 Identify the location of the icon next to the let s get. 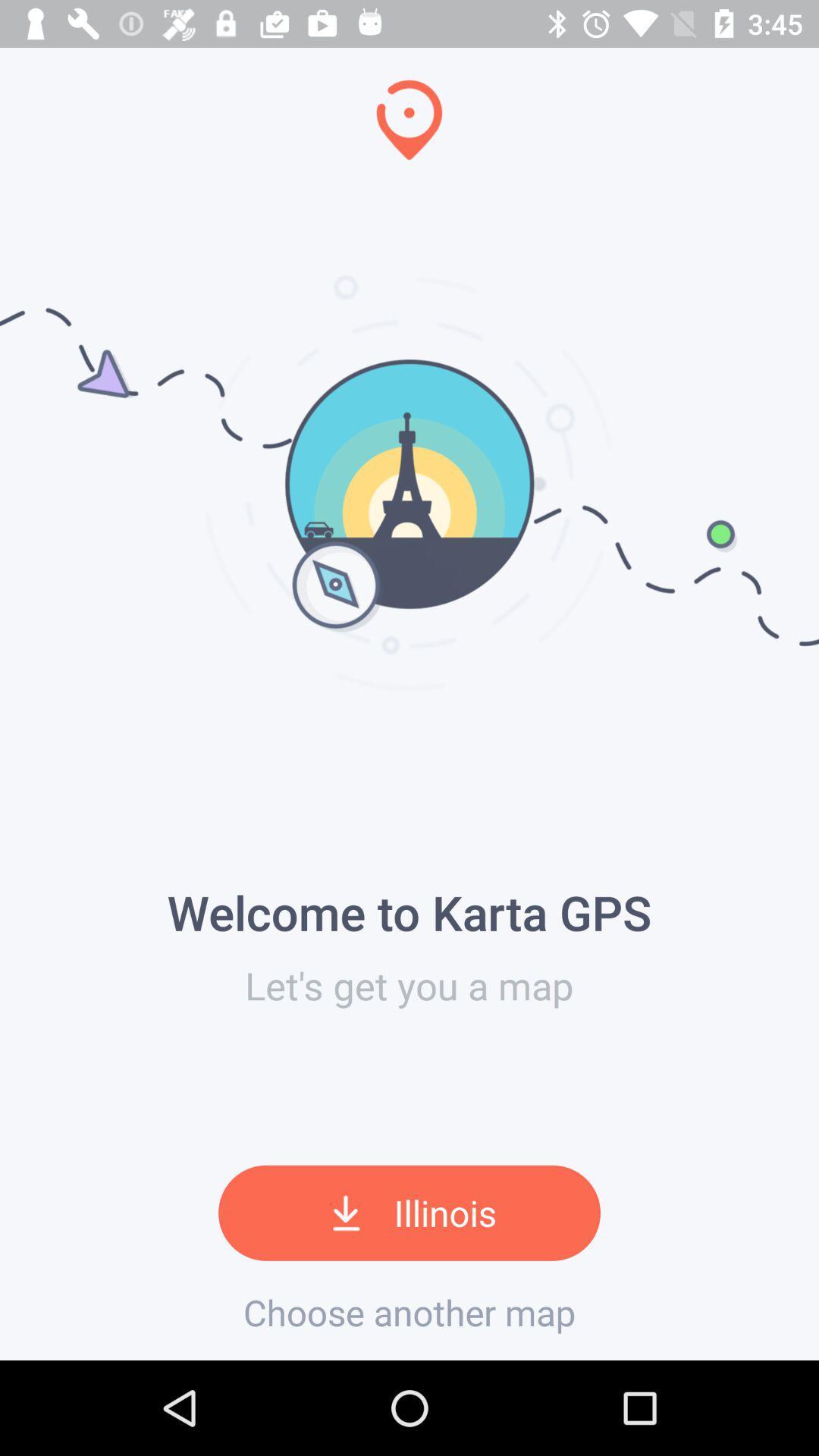
(5, 679).